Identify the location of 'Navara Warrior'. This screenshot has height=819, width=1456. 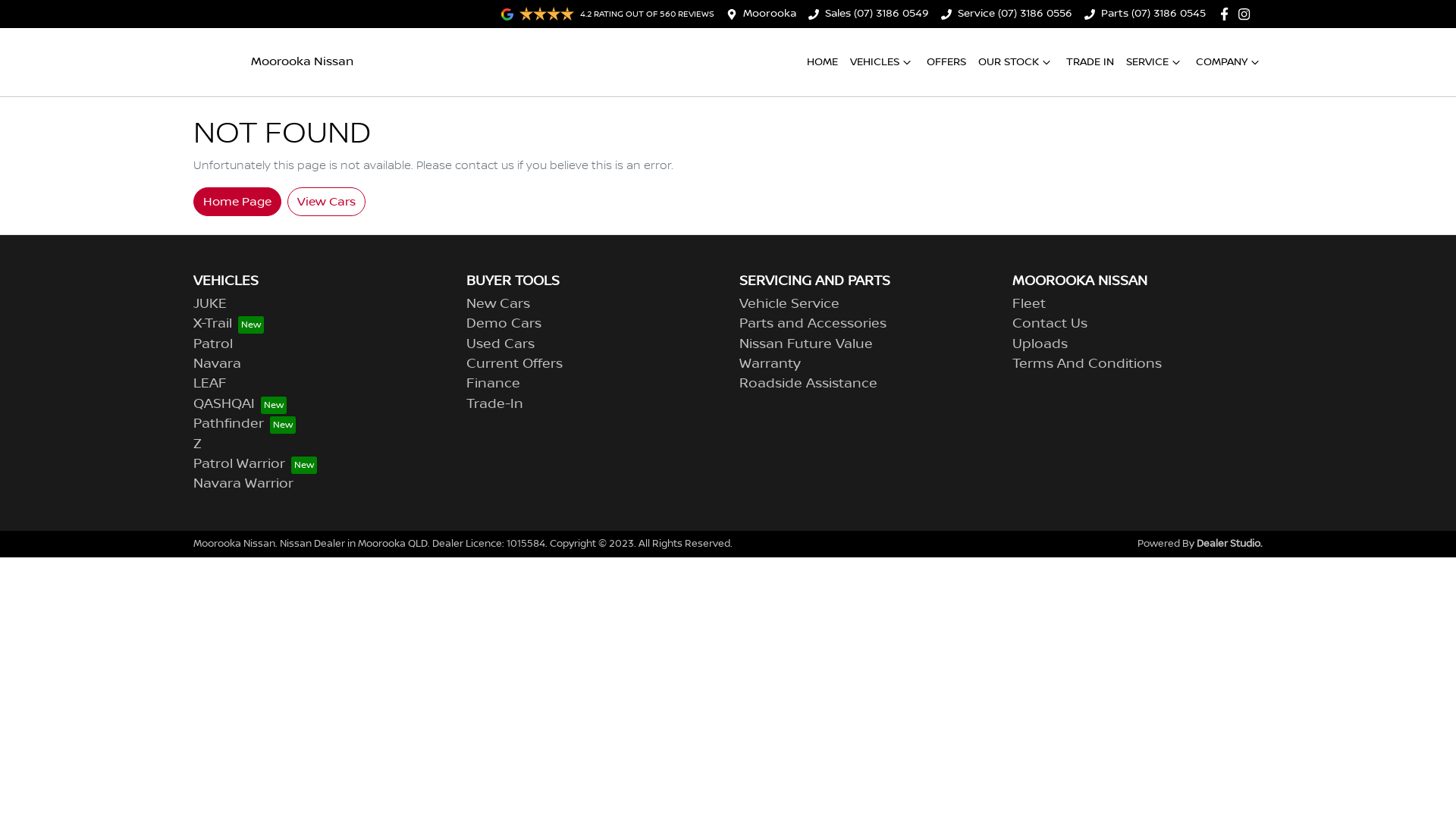
(243, 483).